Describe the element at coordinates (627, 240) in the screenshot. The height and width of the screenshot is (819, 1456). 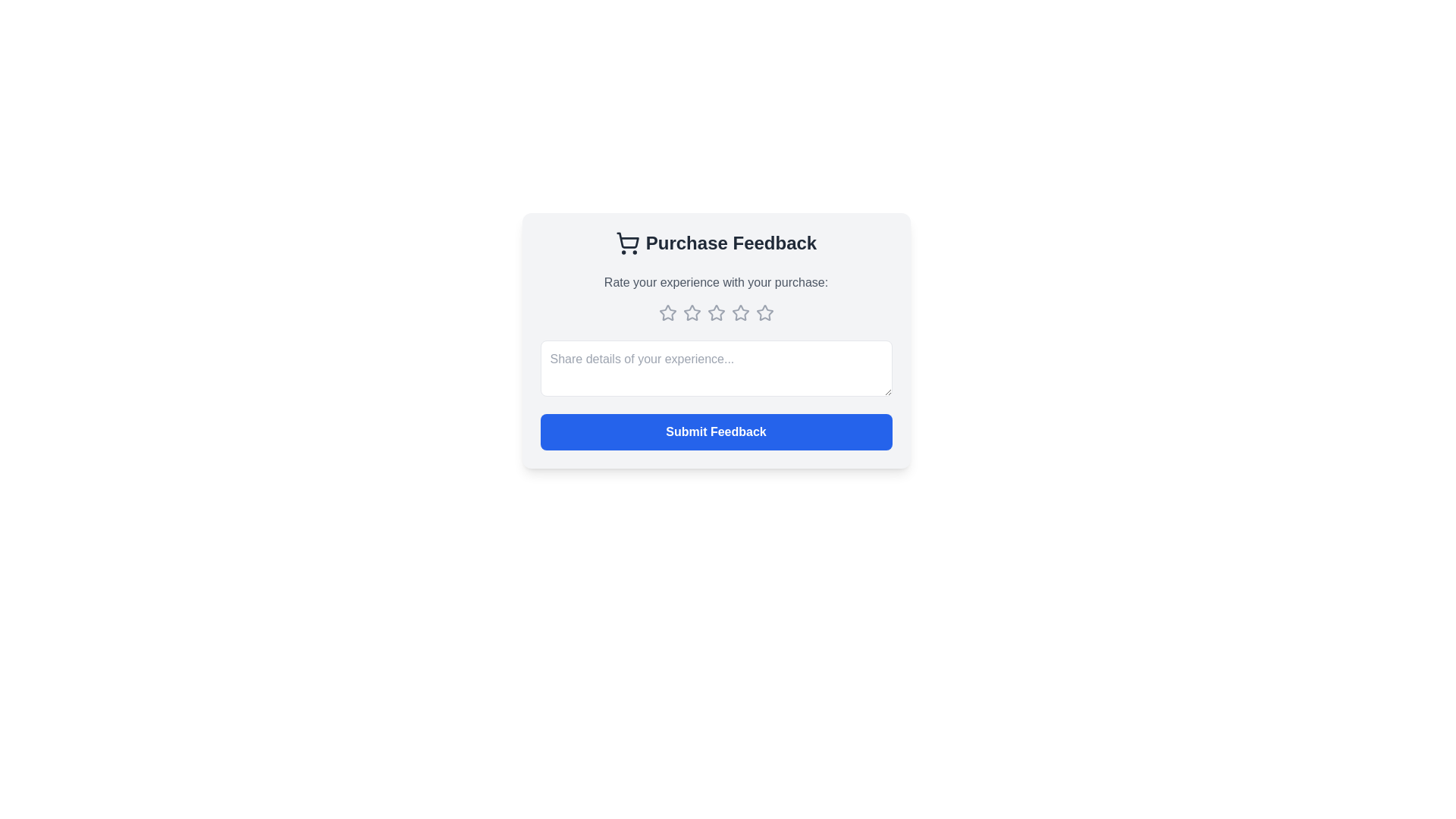
I see `the shopping cart icon, which is a minimalist outline style element featuring a rectangular basket and wheels, located near the 'Purchase Feedback' text in the interface header` at that location.